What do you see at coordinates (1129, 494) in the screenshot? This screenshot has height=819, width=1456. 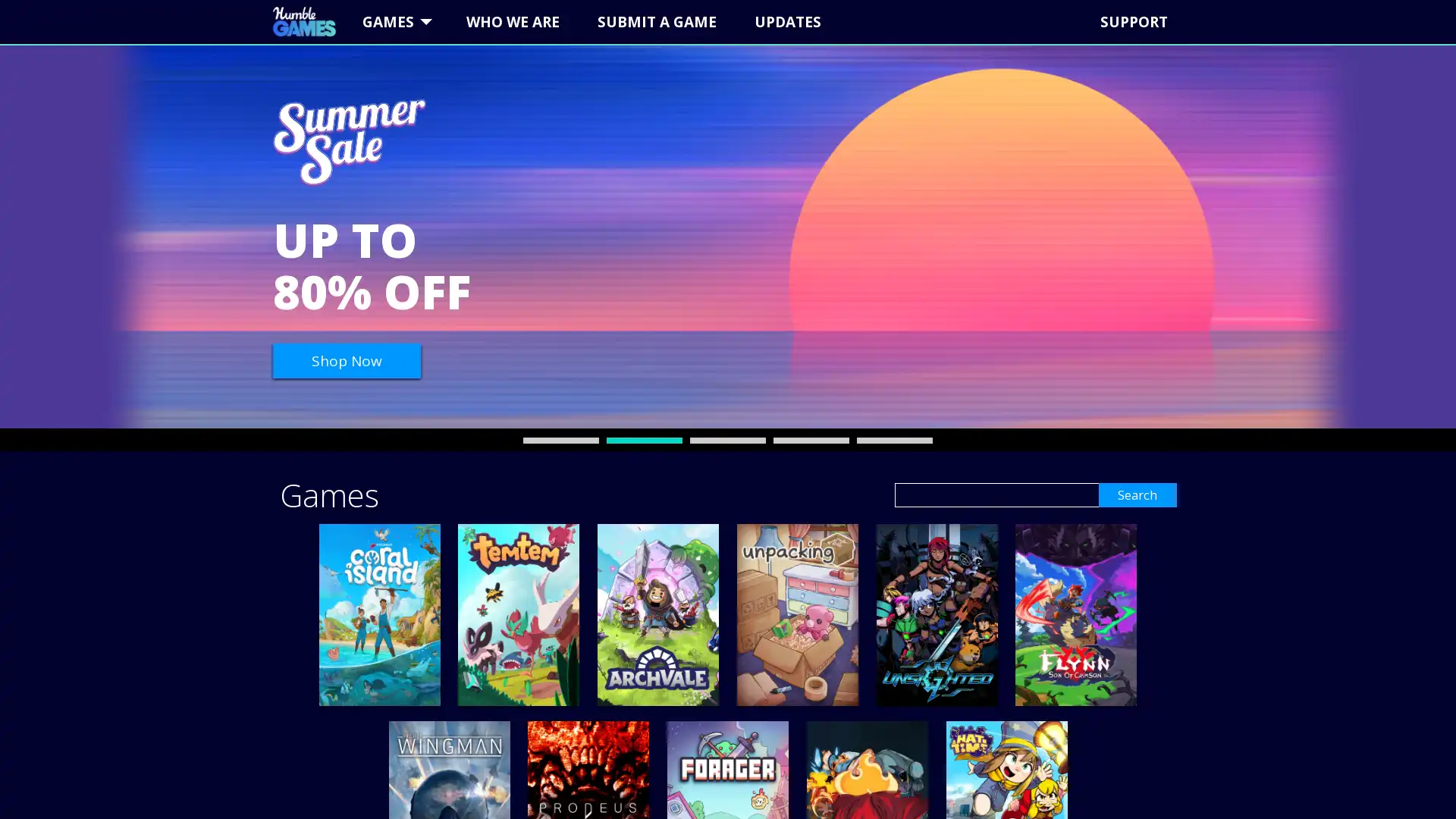 I see `Search` at bounding box center [1129, 494].